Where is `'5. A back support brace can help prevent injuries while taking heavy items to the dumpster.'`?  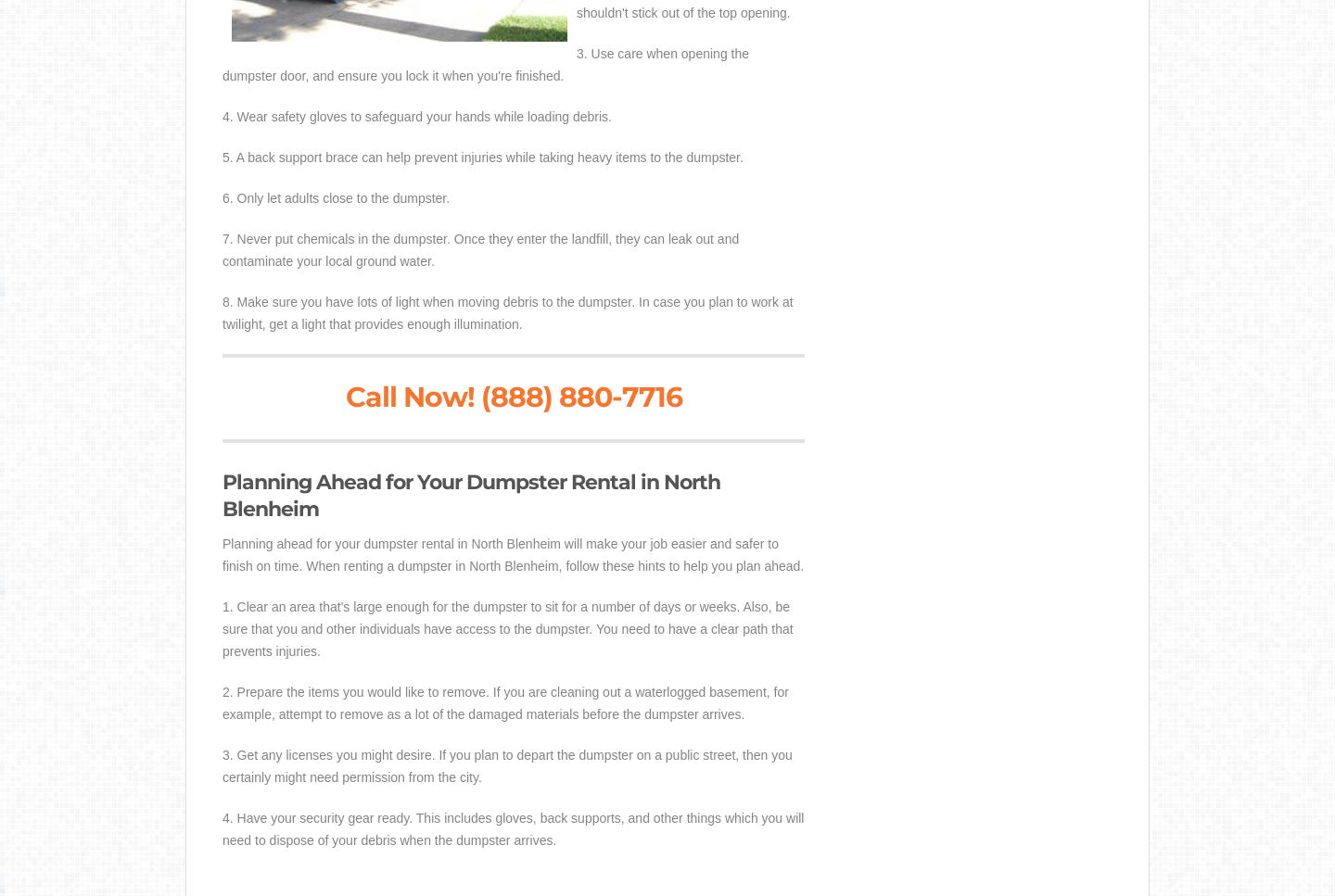 '5. A back support brace can help prevent injuries while taking heavy items to the dumpster.' is located at coordinates (481, 157).